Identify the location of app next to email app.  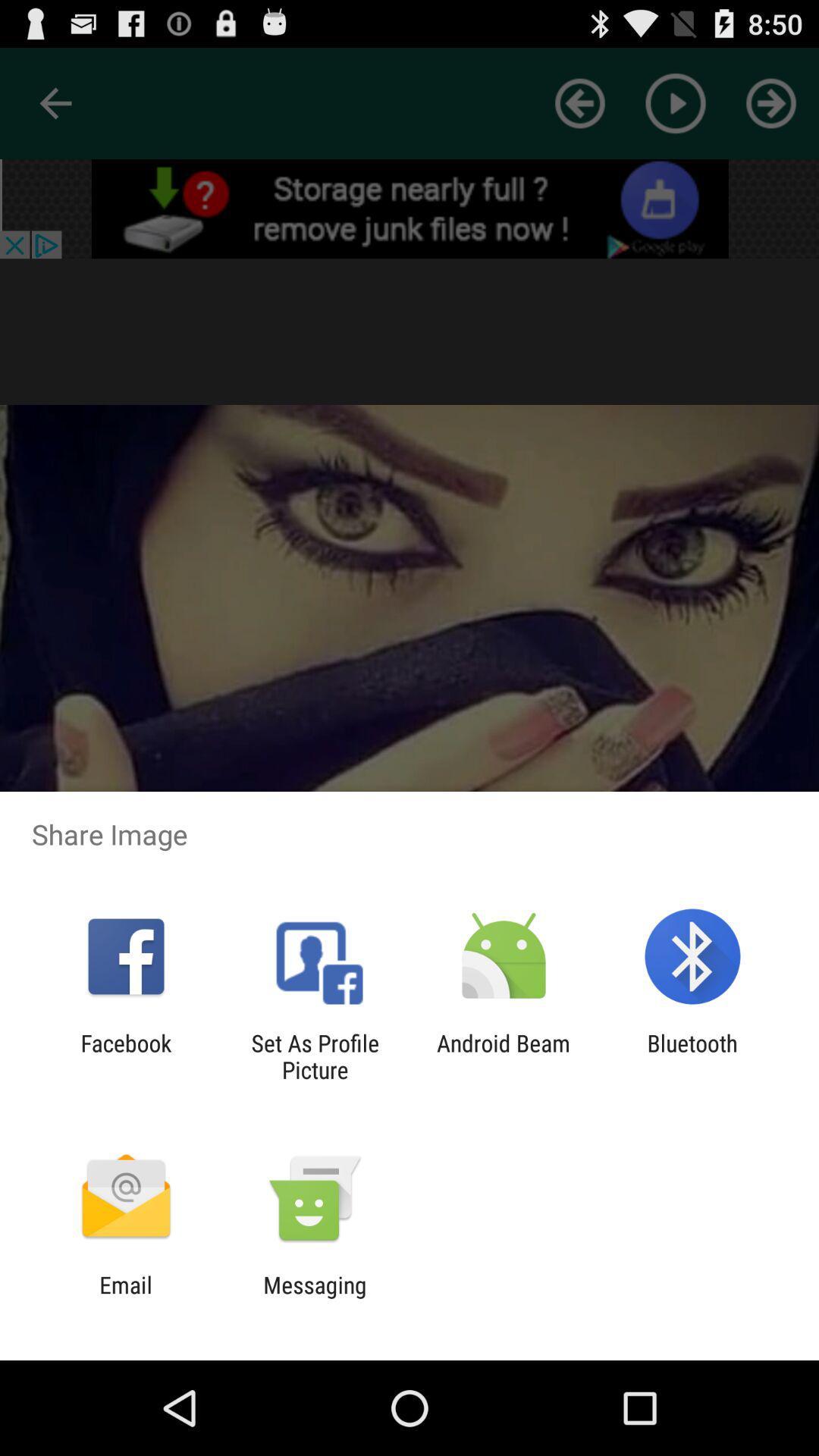
(314, 1298).